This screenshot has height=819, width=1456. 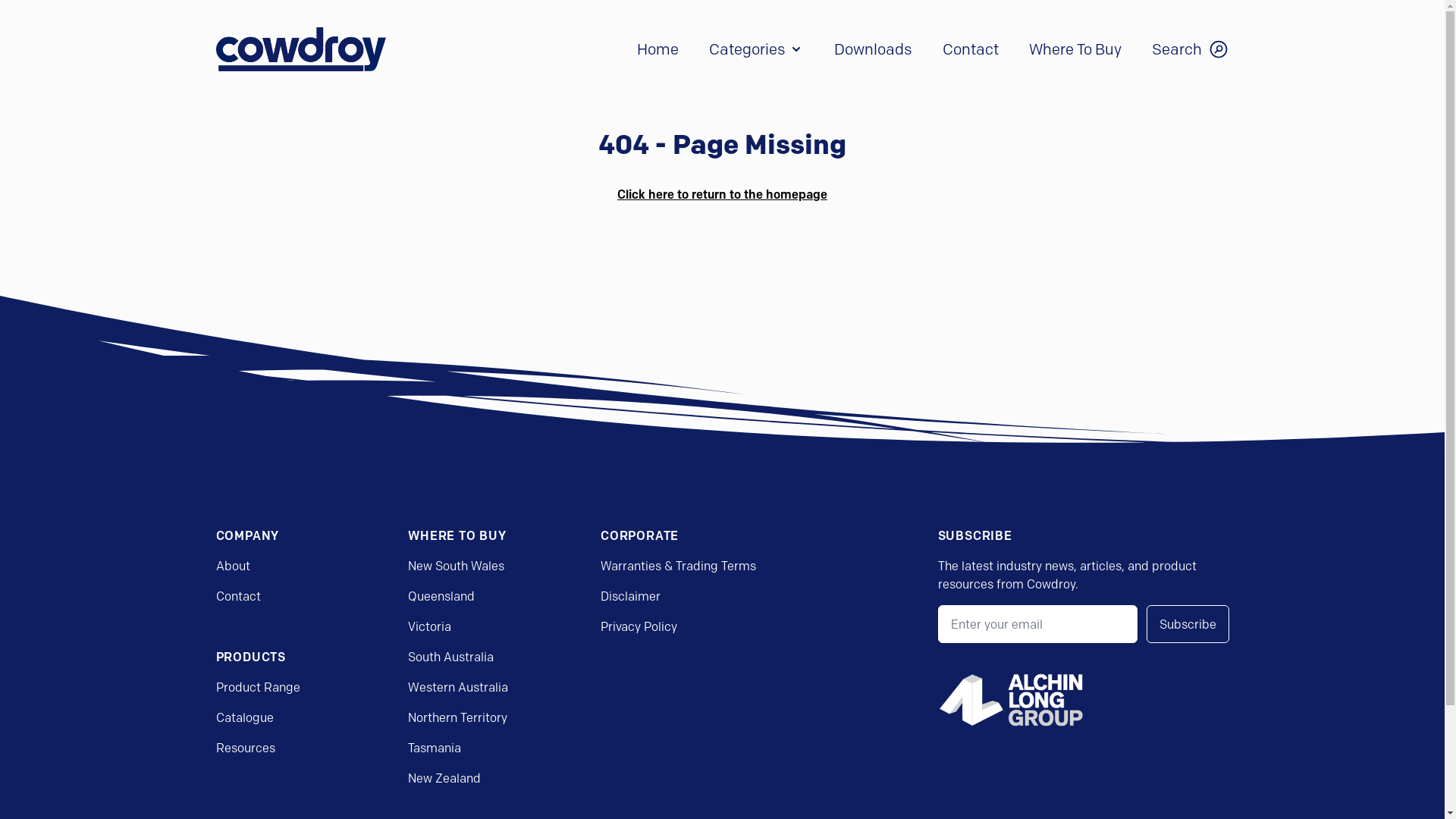 What do you see at coordinates (657, 49) in the screenshot?
I see `'Home'` at bounding box center [657, 49].